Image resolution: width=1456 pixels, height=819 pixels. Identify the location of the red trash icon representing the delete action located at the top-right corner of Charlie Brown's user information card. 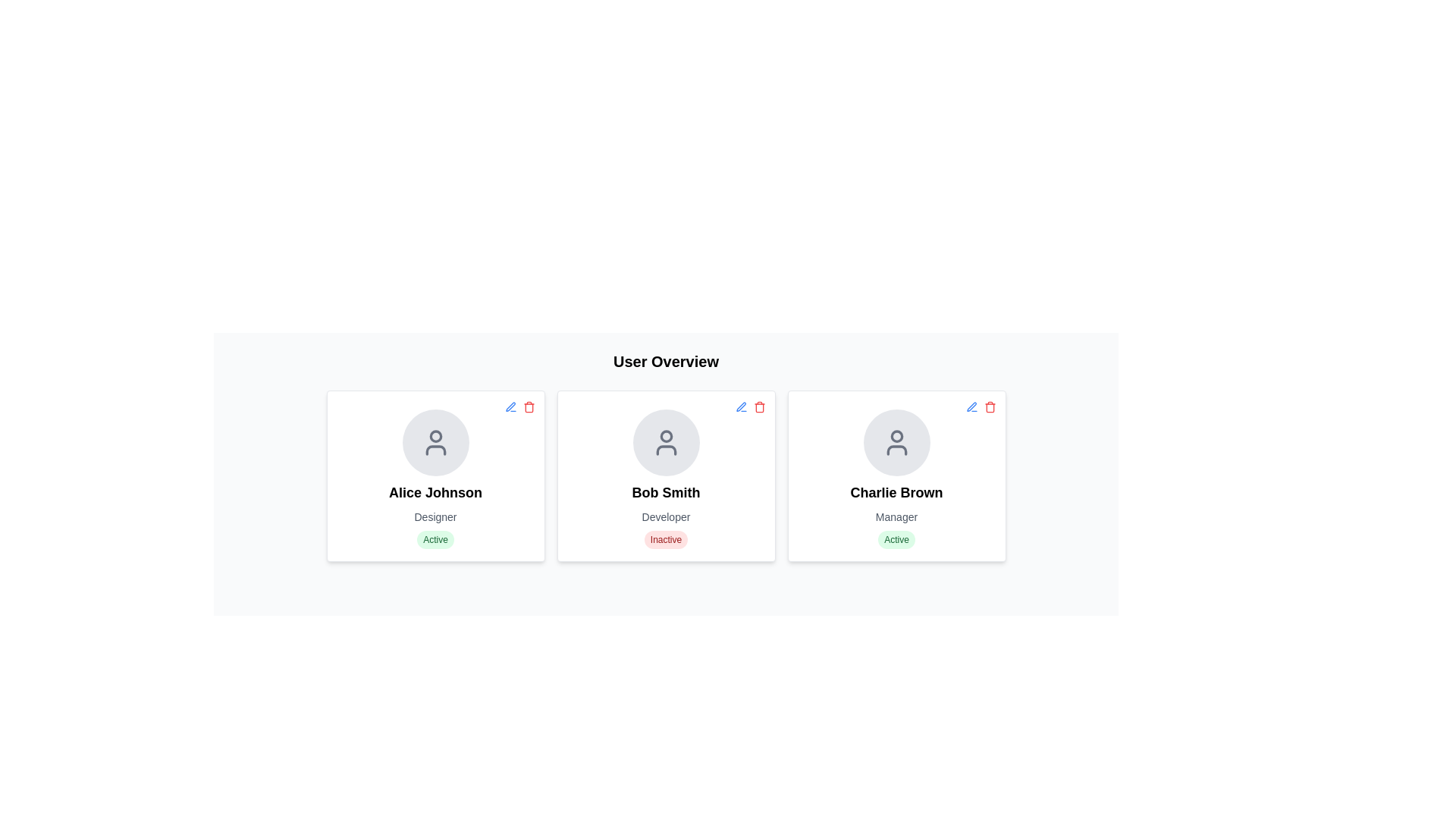
(990, 406).